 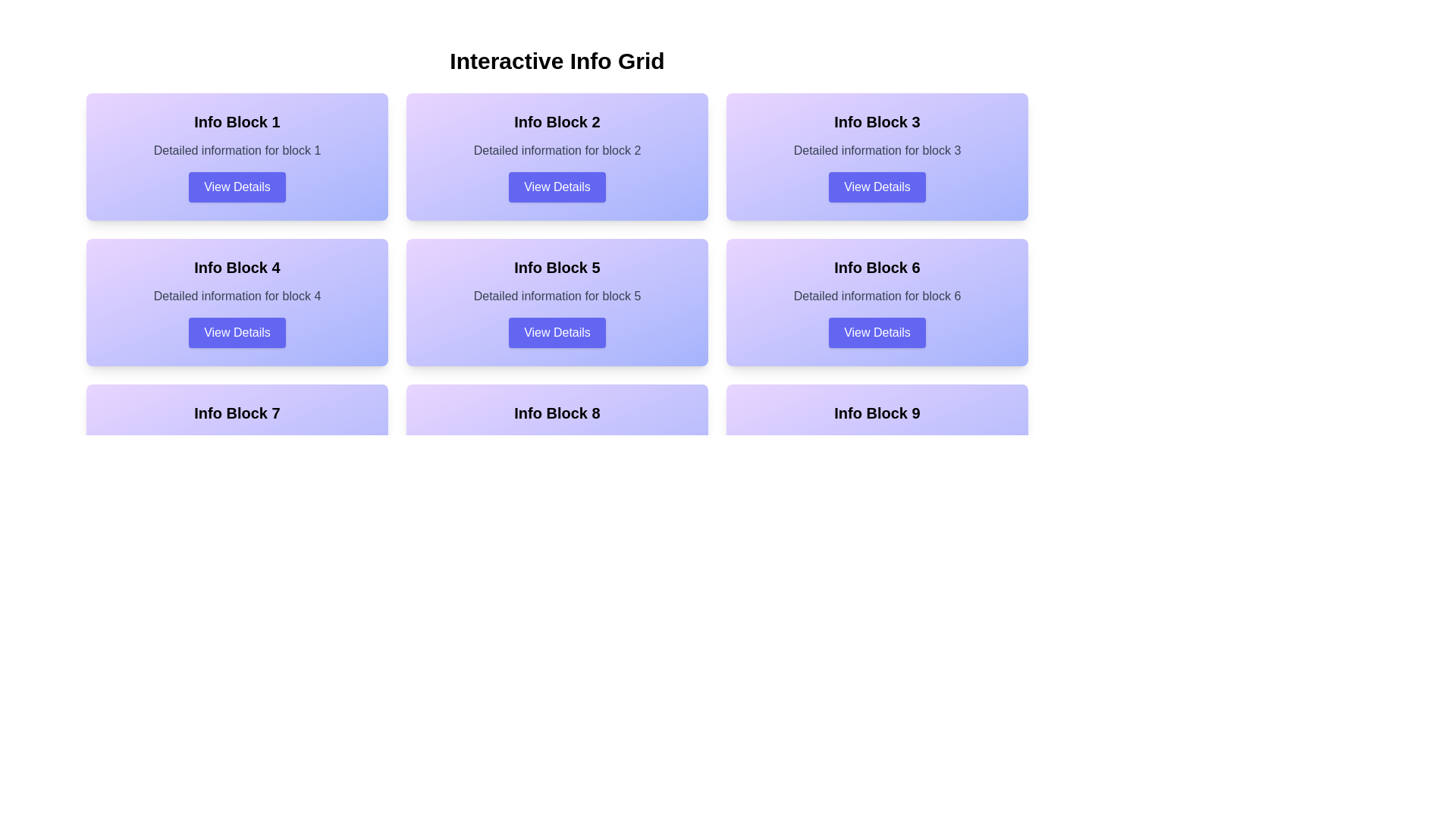 What do you see at coordinates (877, 296) in the screenshot?
I see `the static text component that provides additional information related to 'Info Block 6', located in the middle column of the bottom row of the 3x3 grid layout` at bounding box center [877, 296].